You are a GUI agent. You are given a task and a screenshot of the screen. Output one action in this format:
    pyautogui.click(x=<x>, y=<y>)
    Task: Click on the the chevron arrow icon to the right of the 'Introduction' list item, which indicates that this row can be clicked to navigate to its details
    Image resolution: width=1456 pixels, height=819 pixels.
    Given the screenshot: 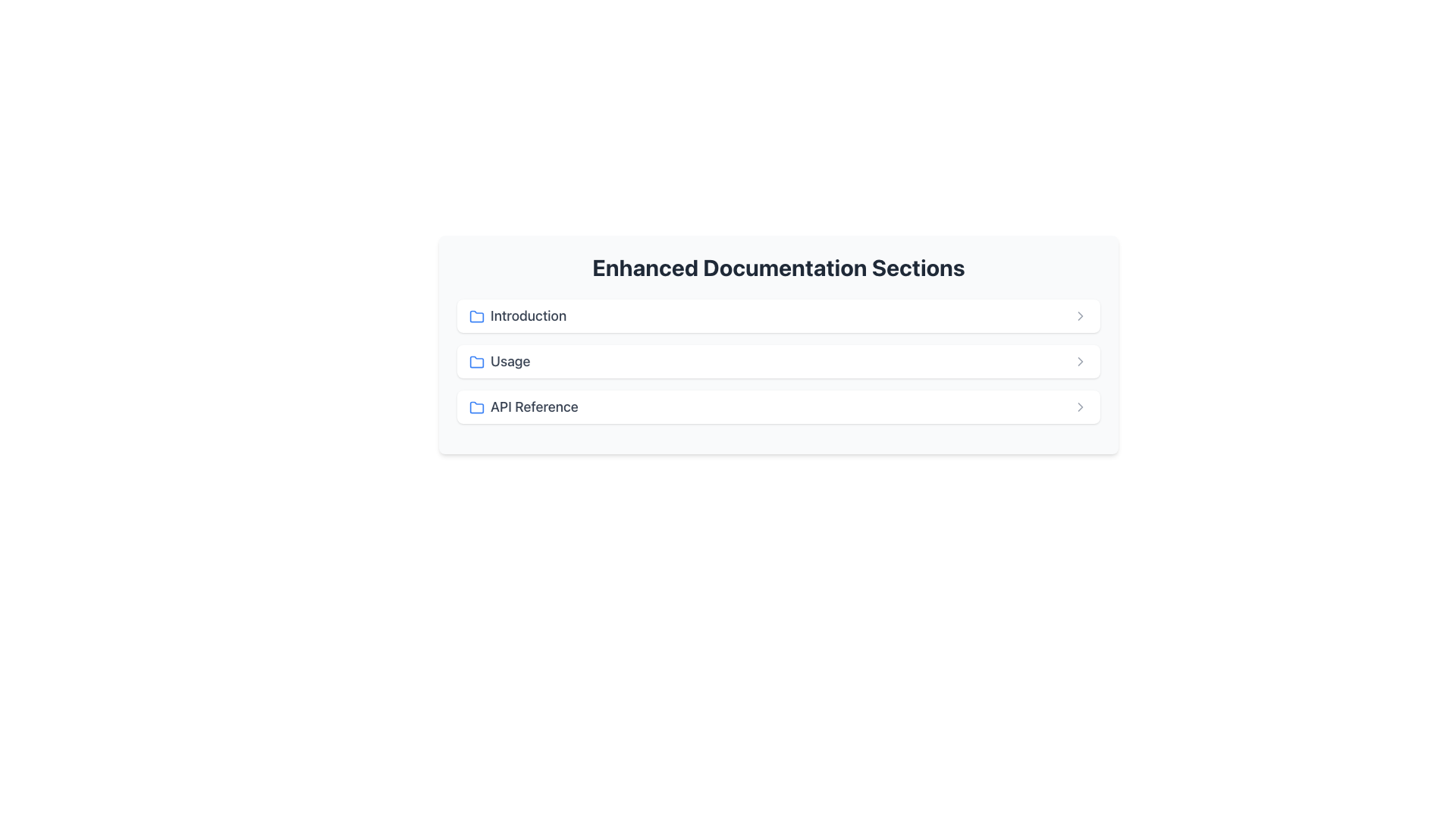 What is the action you would take?
    pyautogui.click(x=1080, y=315)
    